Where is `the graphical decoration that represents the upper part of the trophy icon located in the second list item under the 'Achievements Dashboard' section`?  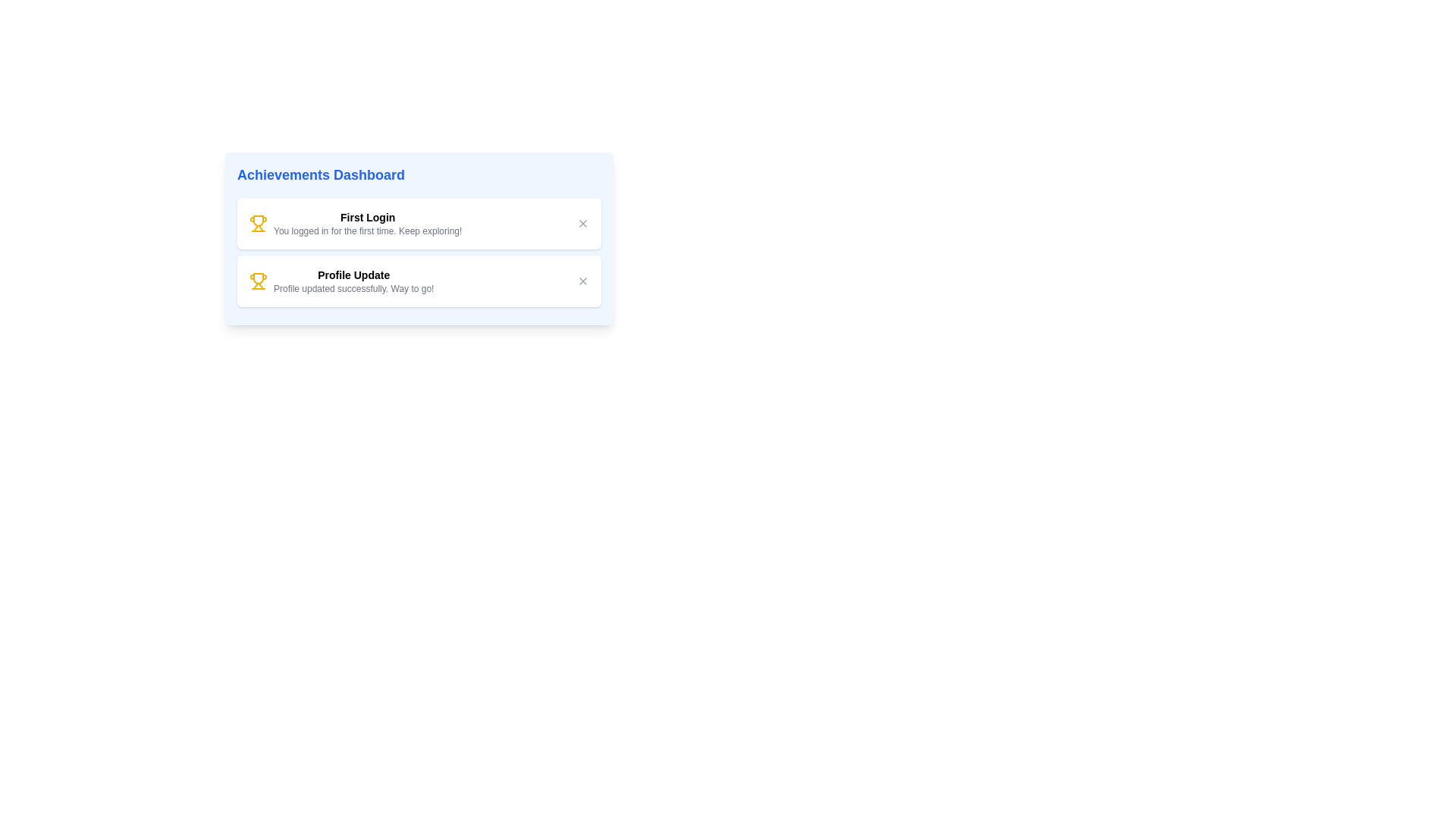
the graphical decoration that represents the upper part of the trophy icon located in the second list item under the 'Achievements Dashboard' section is located at coordinates (258, 221).